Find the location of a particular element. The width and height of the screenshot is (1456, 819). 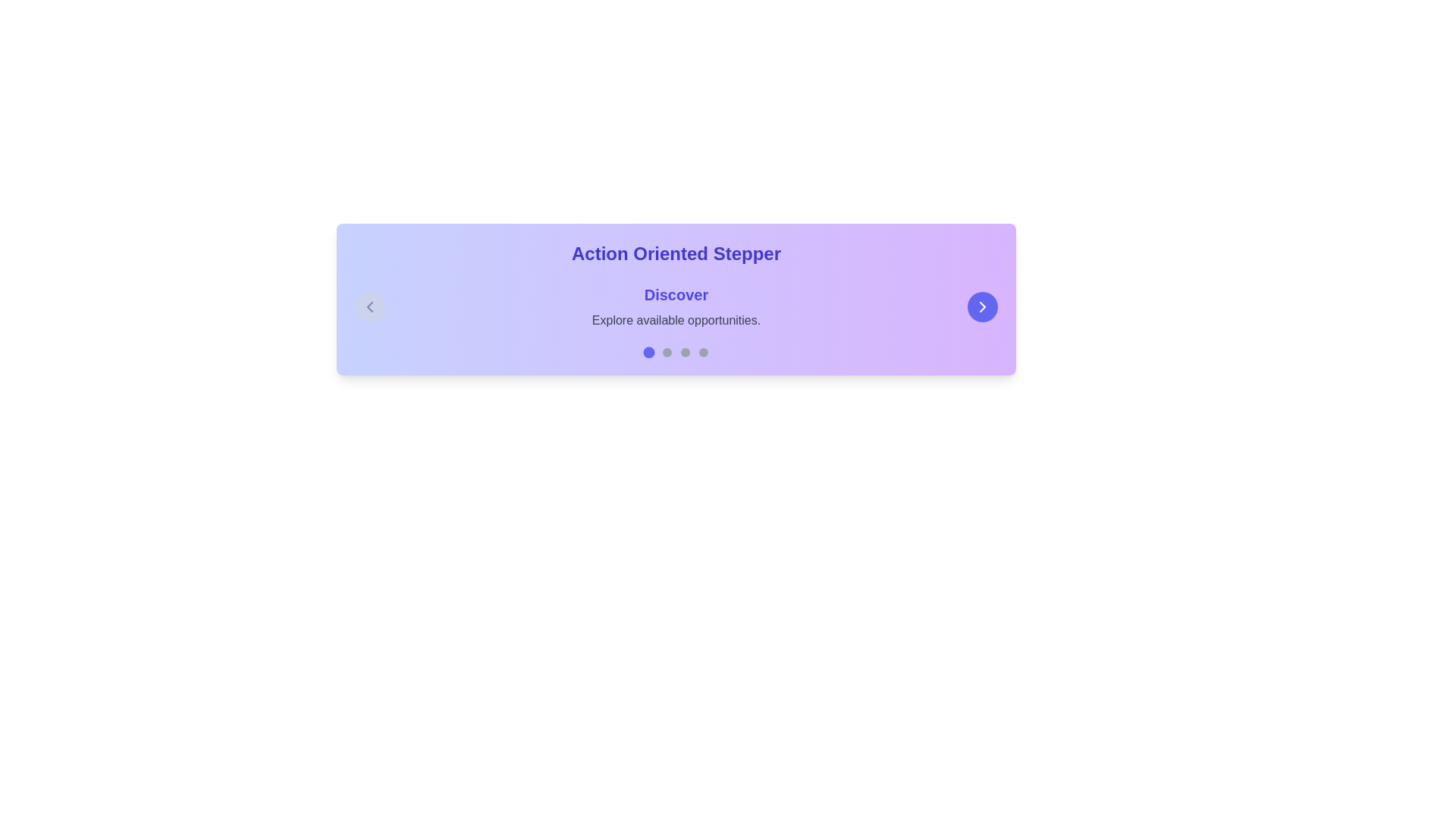

the right-pointing chevron icon within the circular indigo button on the right side of the card is located at coordinates (983, 307).